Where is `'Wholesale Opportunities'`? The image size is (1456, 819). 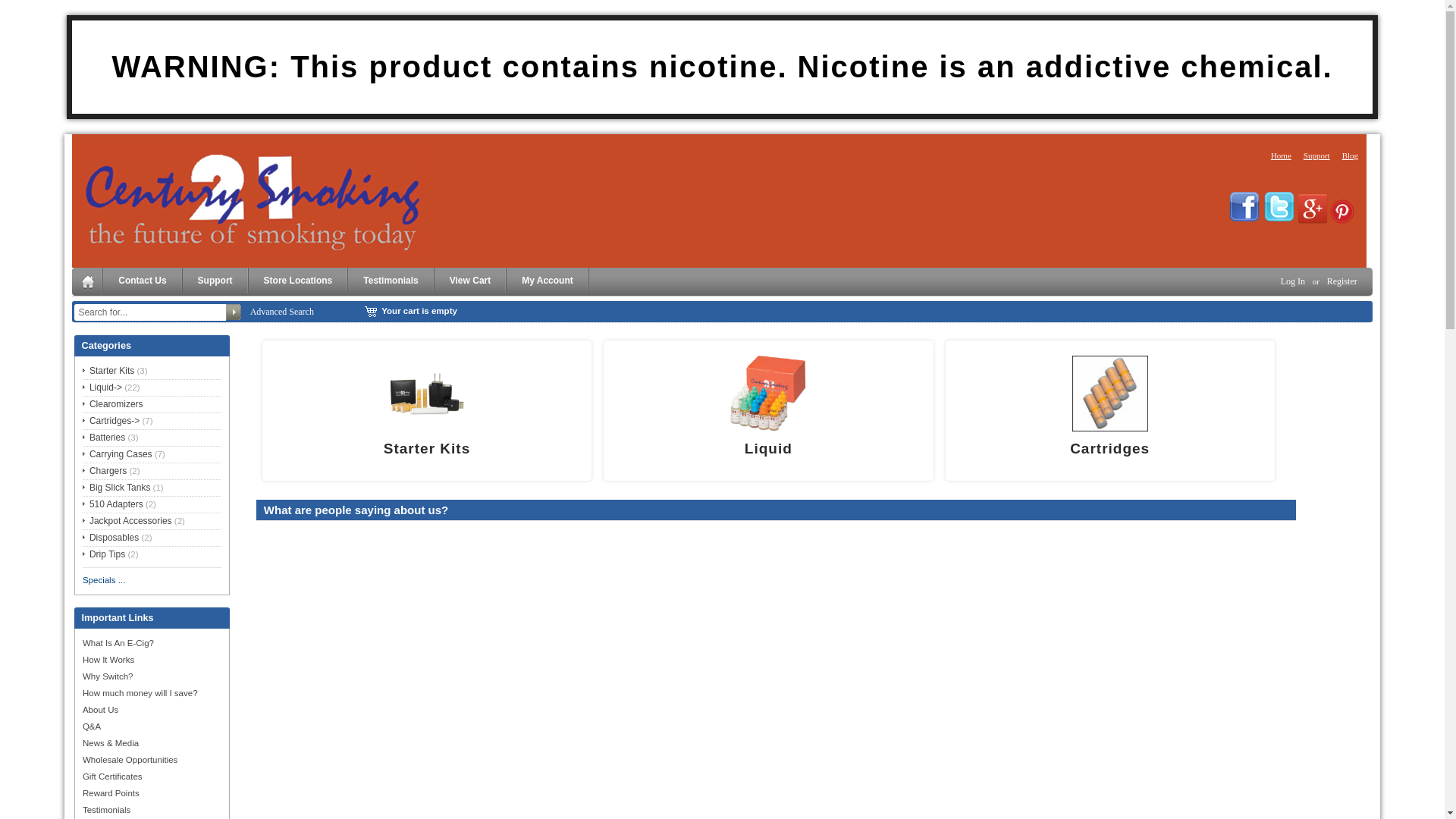 'Wholesale Opportunities' is located at coordinates (130, 760).